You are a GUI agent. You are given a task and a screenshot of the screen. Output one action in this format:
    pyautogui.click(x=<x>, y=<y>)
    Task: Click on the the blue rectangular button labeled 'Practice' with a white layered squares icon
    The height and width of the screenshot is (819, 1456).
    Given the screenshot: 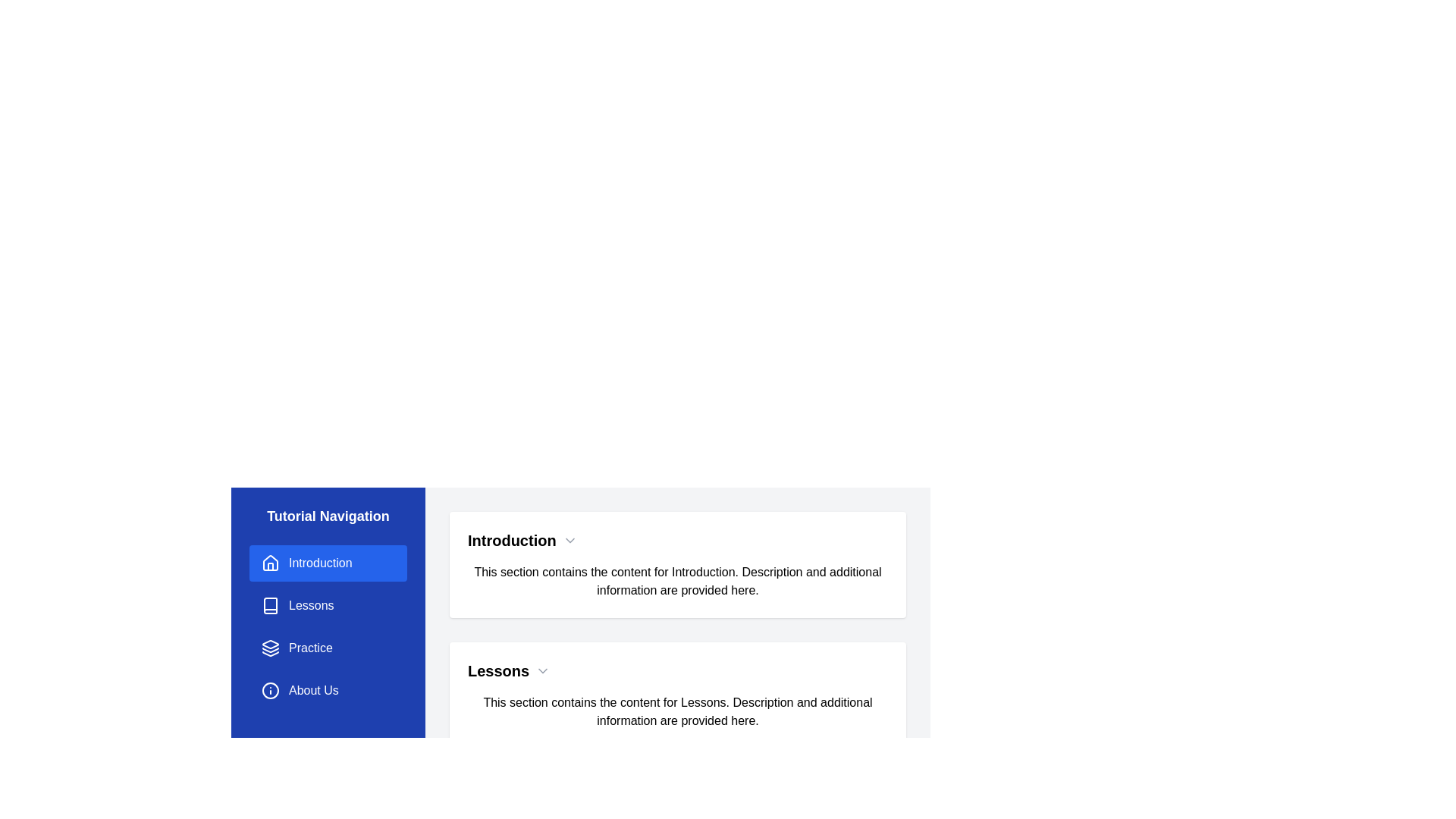 What is the action you would take?
    pyautogui.click(x=327, y=648)
    